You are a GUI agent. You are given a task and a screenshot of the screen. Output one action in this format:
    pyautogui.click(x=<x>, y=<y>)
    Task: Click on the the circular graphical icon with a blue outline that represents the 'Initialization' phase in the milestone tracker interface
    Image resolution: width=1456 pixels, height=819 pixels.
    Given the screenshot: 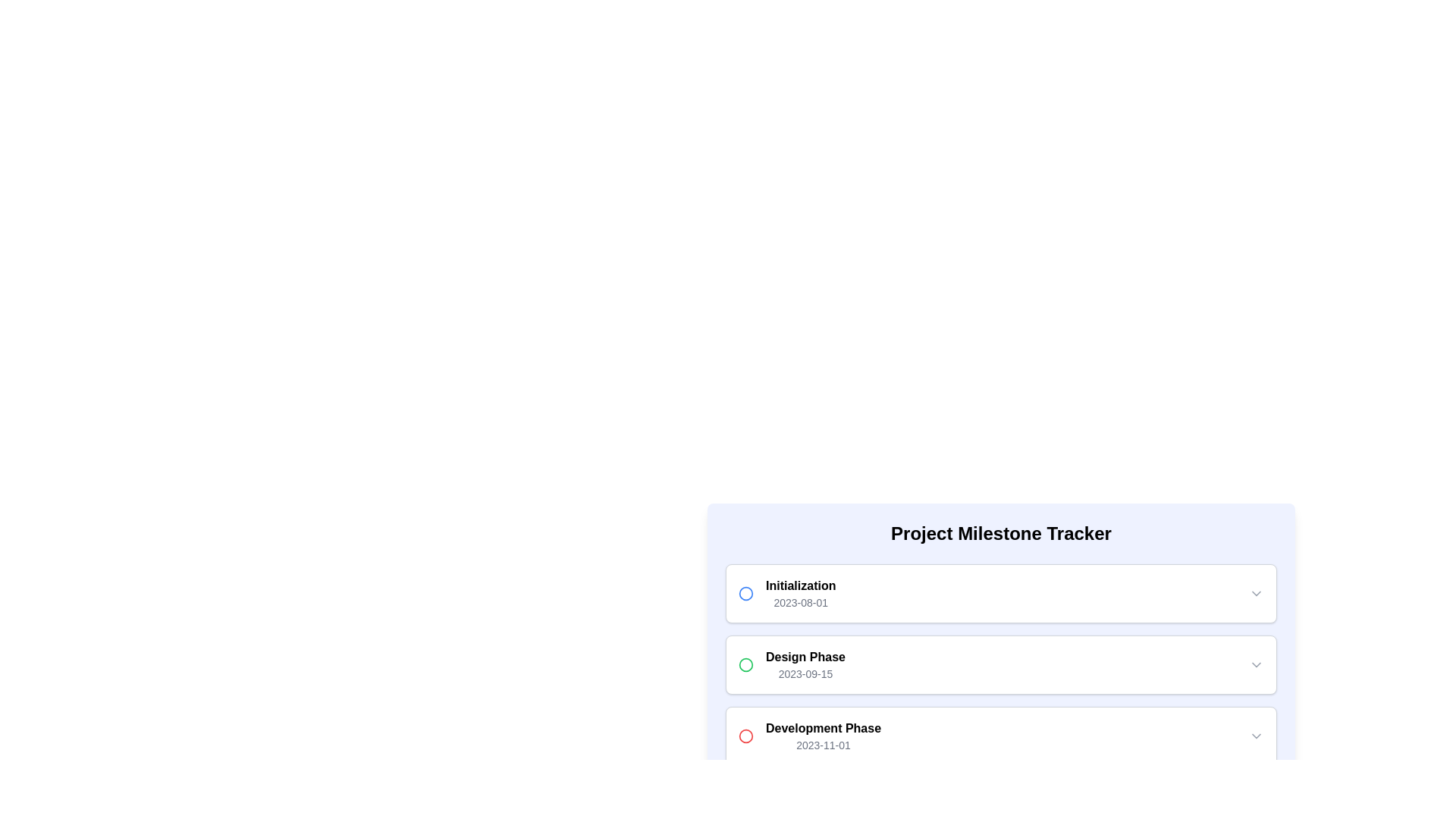 What is the action you would take?
    pyautogui.click(x=745, y=593)
    